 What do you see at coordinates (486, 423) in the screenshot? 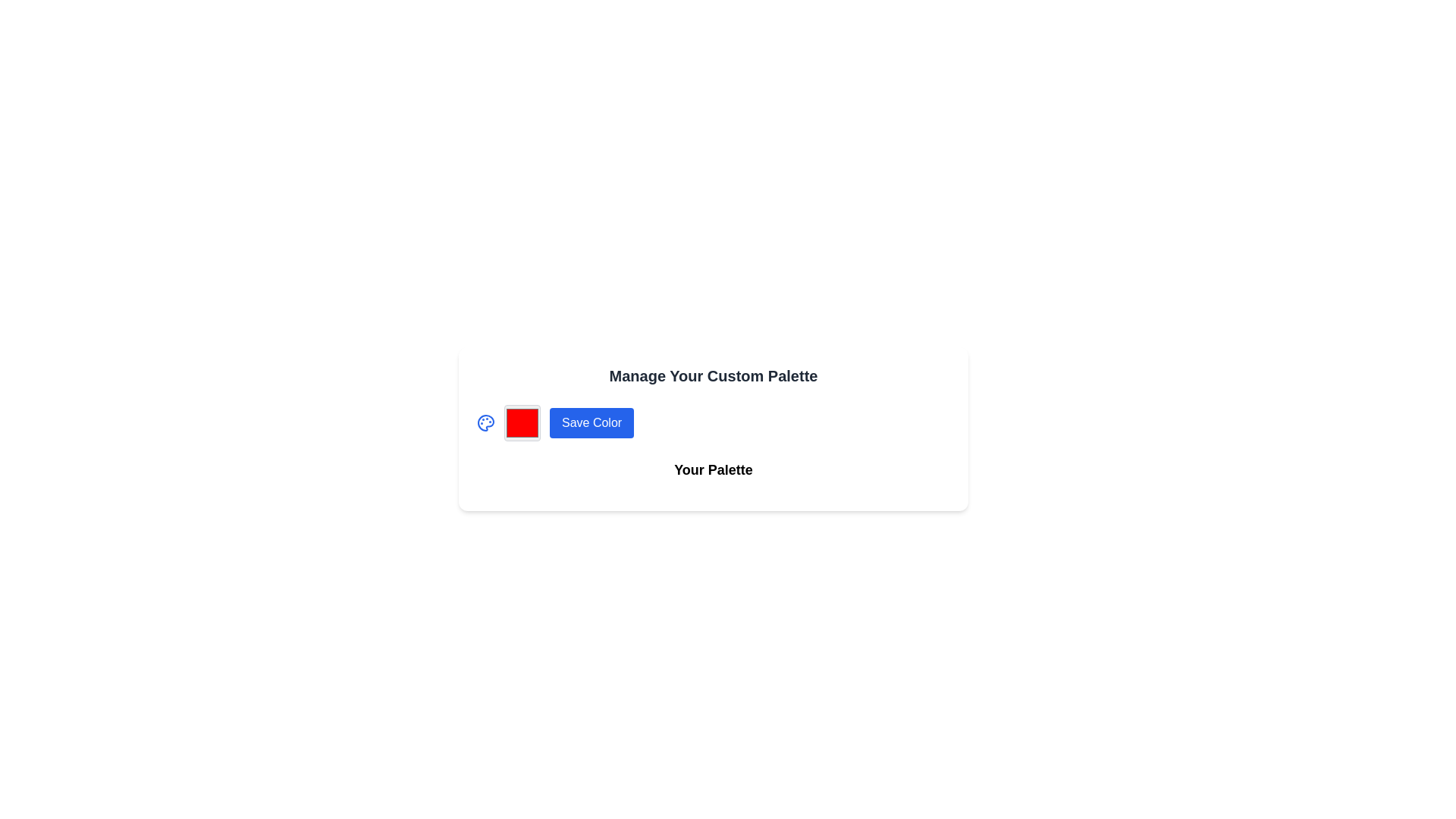
I see `the paint palette icon, which features a soft rounded shape with color accents and is located near the top-left corner of the control section, adjacent to a red square and above the 'Save Color' button` at bounding box center [486, 423].